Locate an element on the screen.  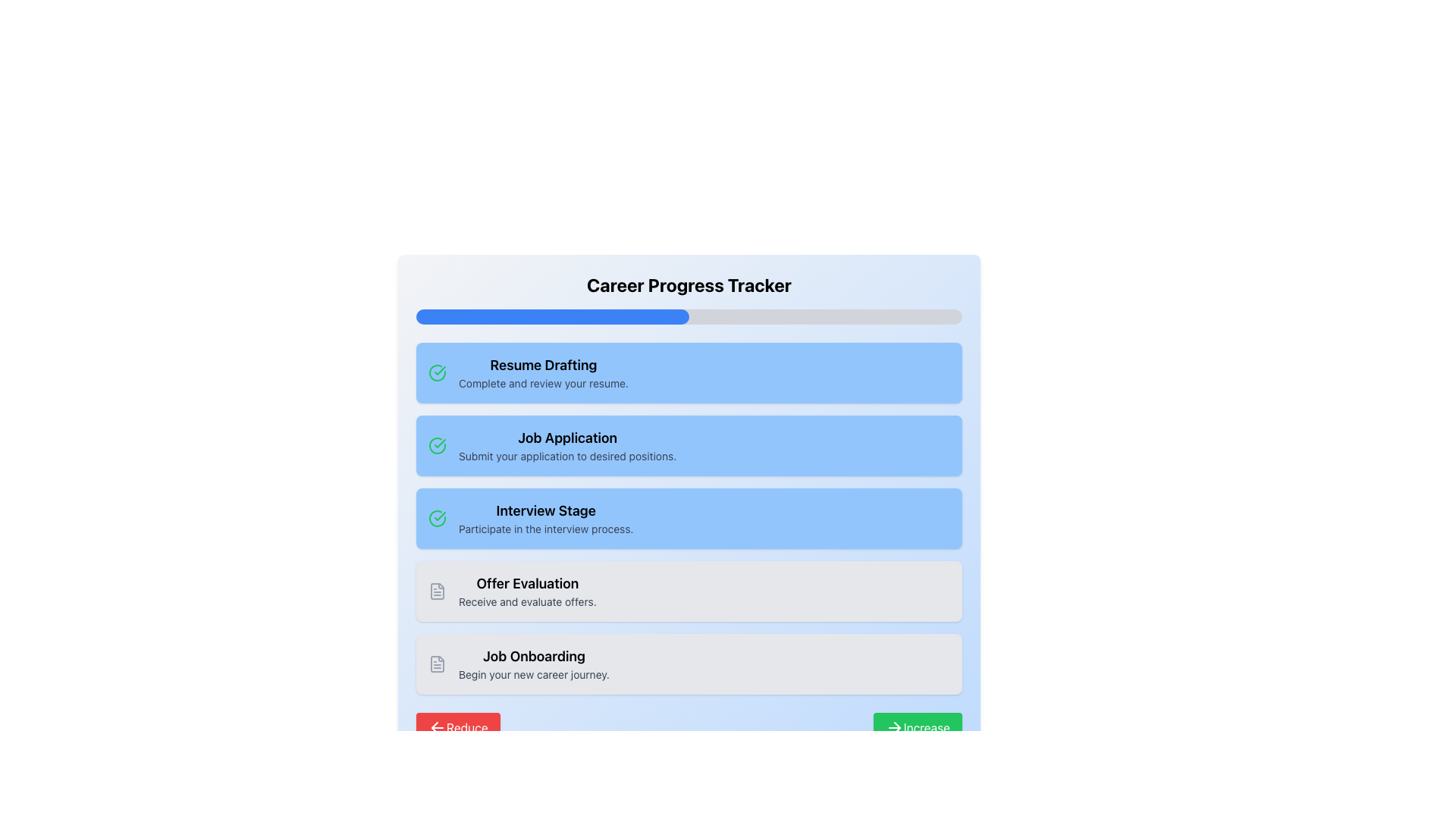
the green 'Increase' button with white text and an arrow is located at coordinates (917, 727).